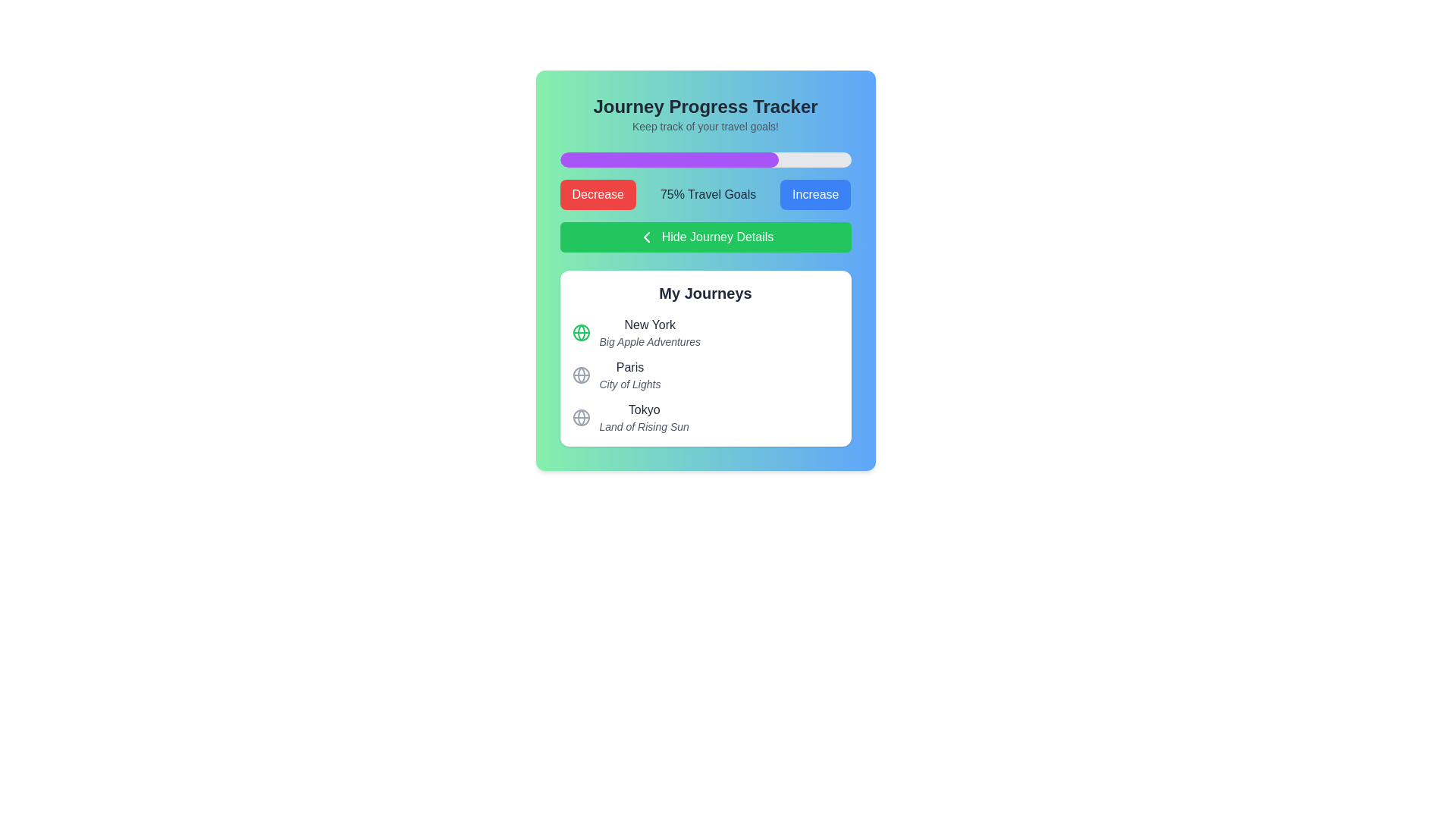 The image size is (1456, 819). What do you see at coordinates (580, 375) in the screenshot?
I see `the globe icon representing the journey destination located in the 'My Journeys' section, adjacent to 'Paris' and 'City of Lights'` at bounding box center [580, 375].